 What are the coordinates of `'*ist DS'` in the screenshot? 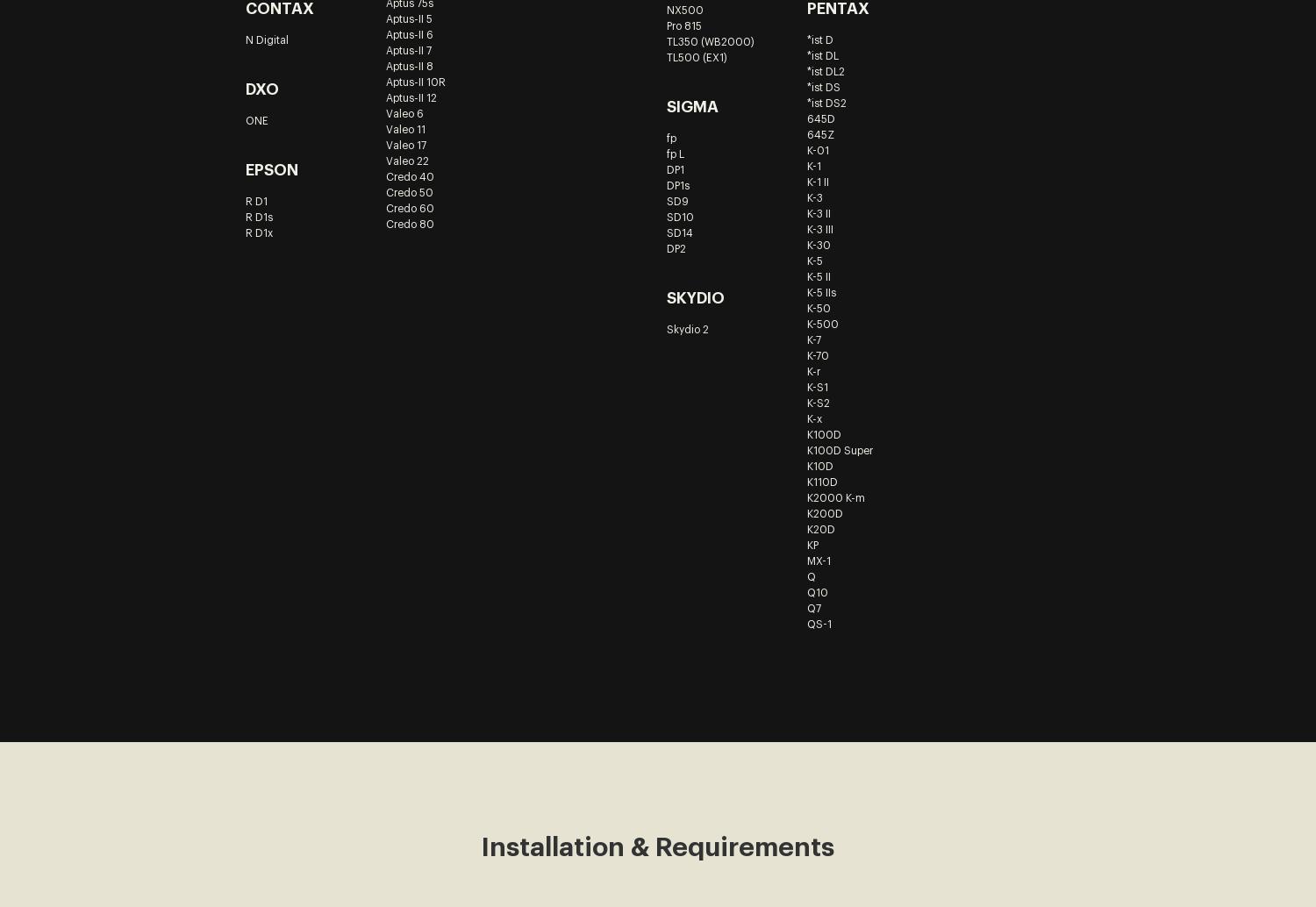 It's located at (822, 87).